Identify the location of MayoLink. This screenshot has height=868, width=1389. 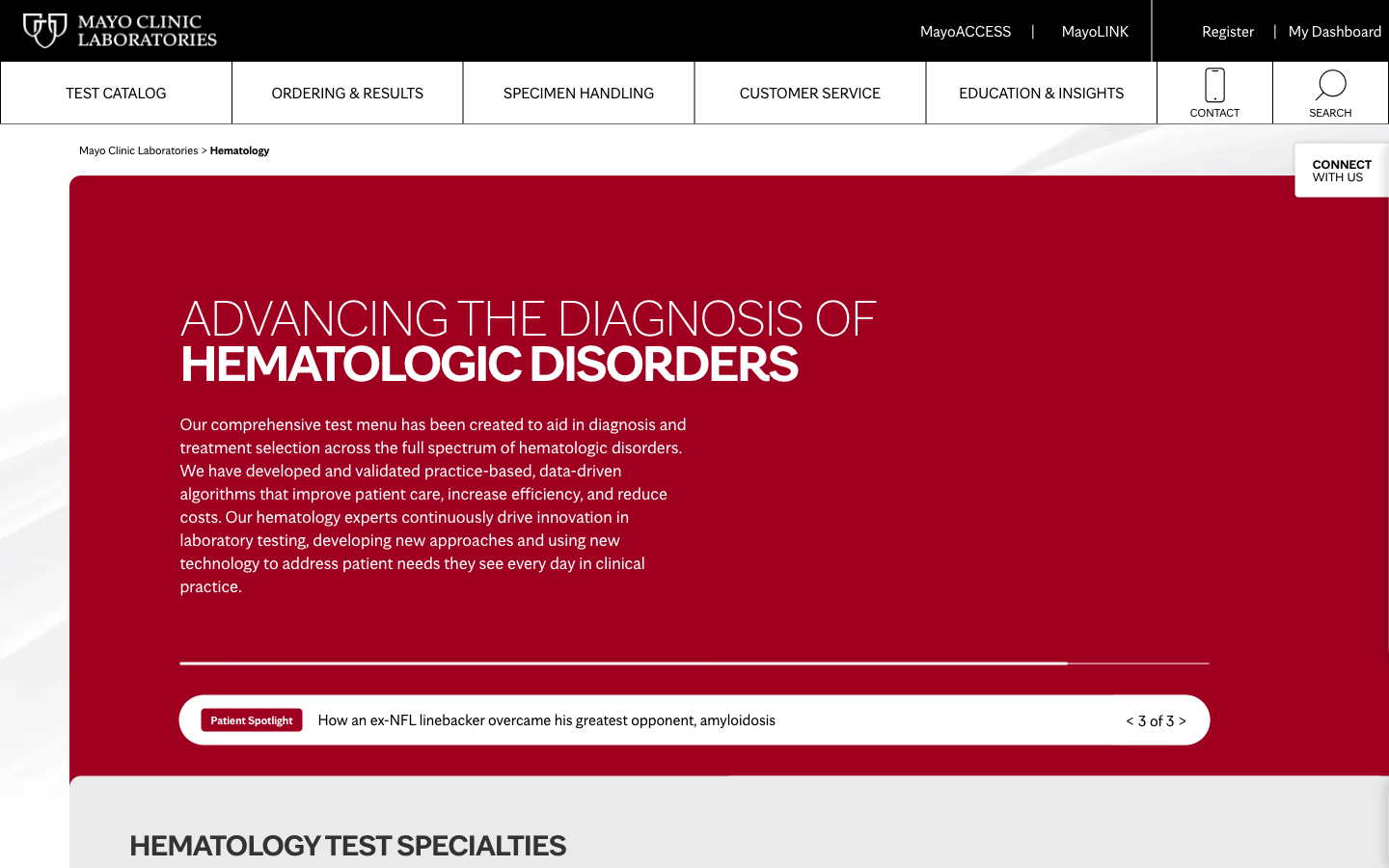
(1094, 30).